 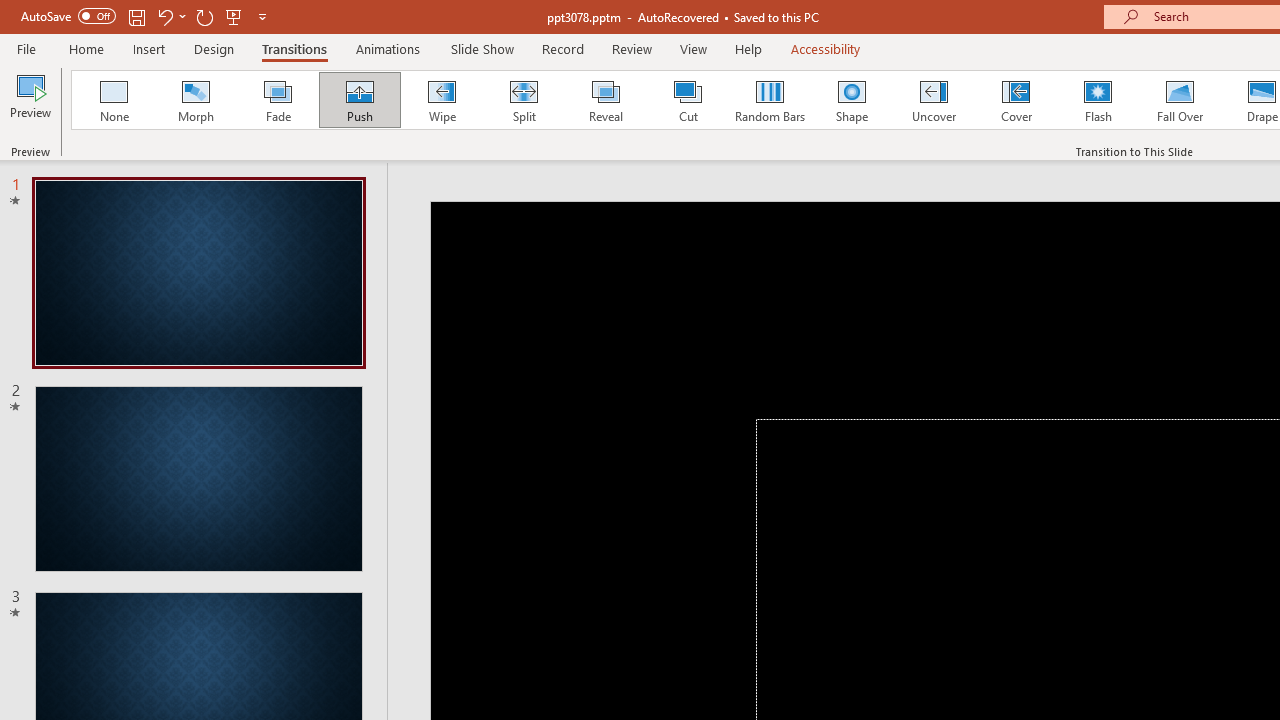 I want to click on 'Fade', so click(x=276, y=100).